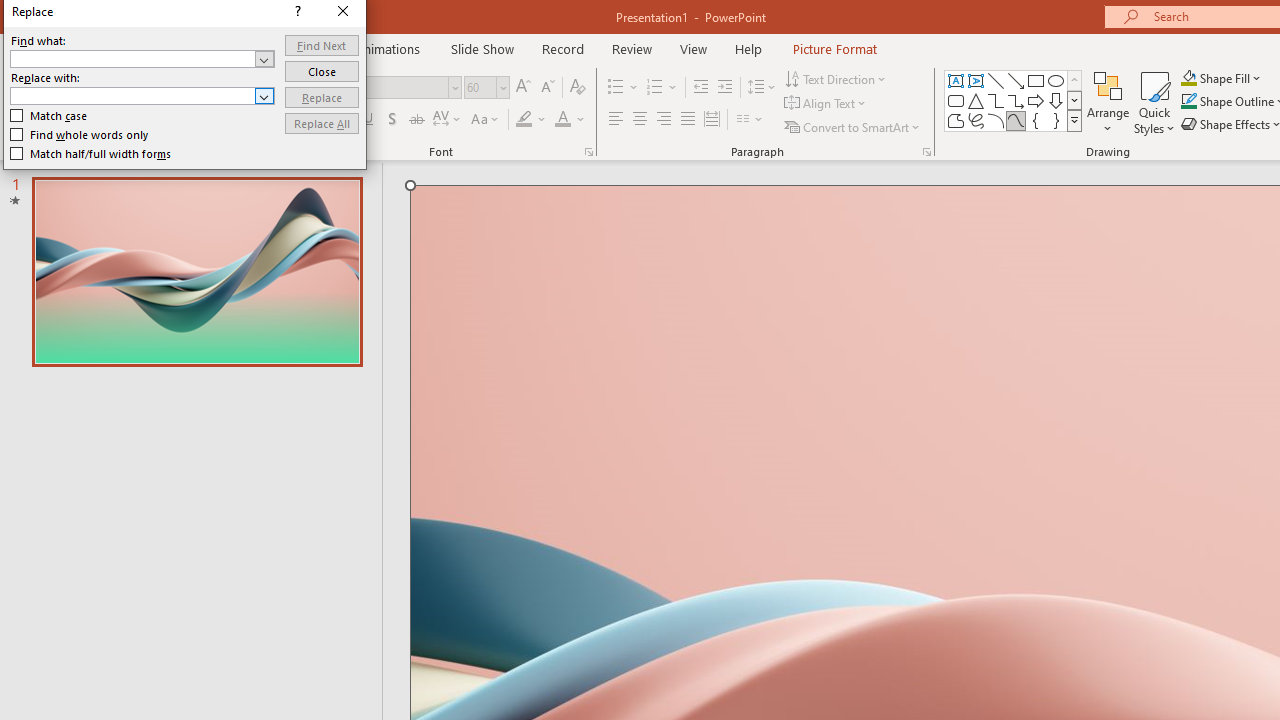 The image size is (1280, 720). What do you see at coordinates (321, 45) in the screenshot?
I see `'Find Next'` at bounding box center [321, 45].